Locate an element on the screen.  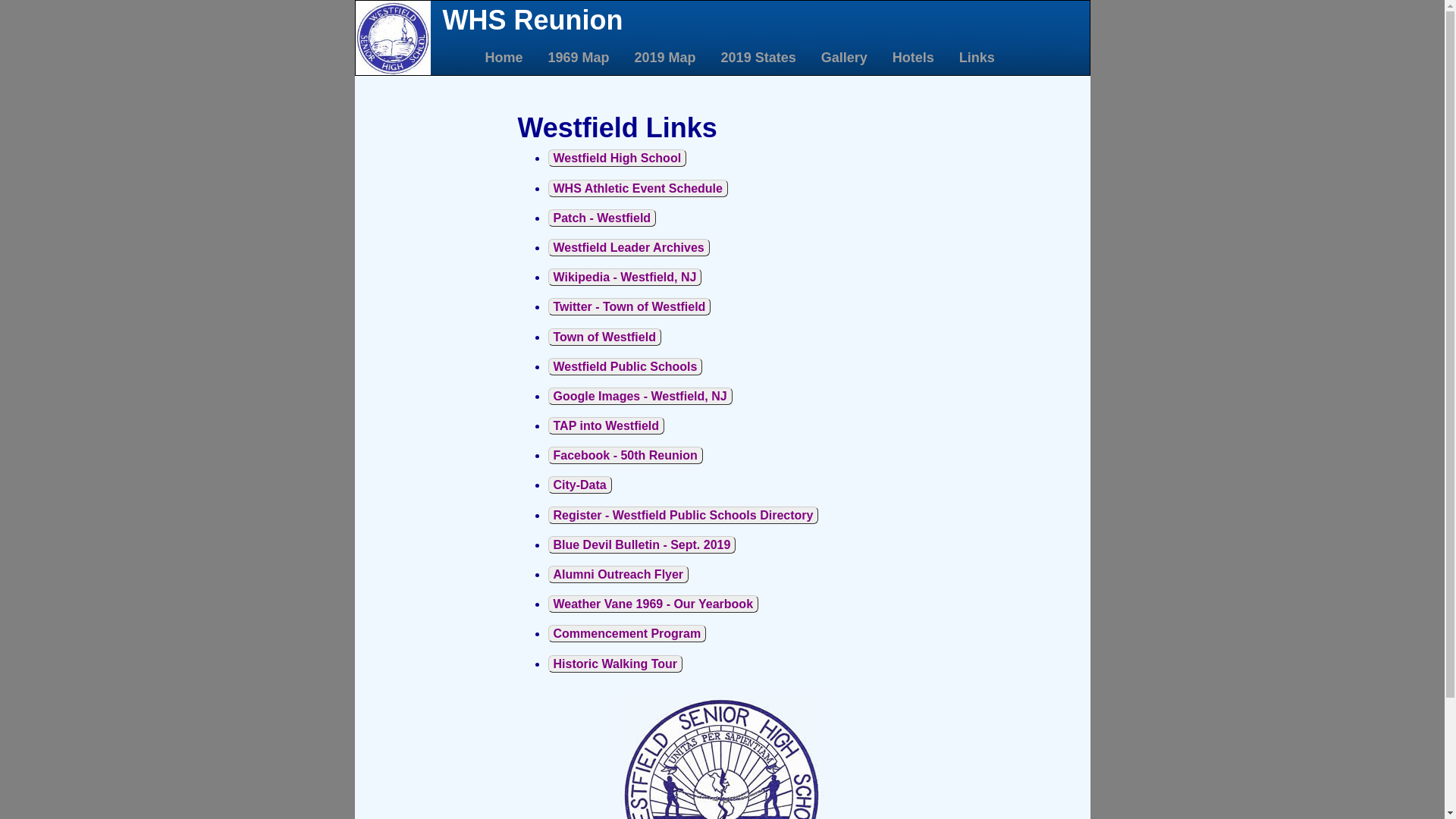
'Hotels' is located at coordinates (912, 57).